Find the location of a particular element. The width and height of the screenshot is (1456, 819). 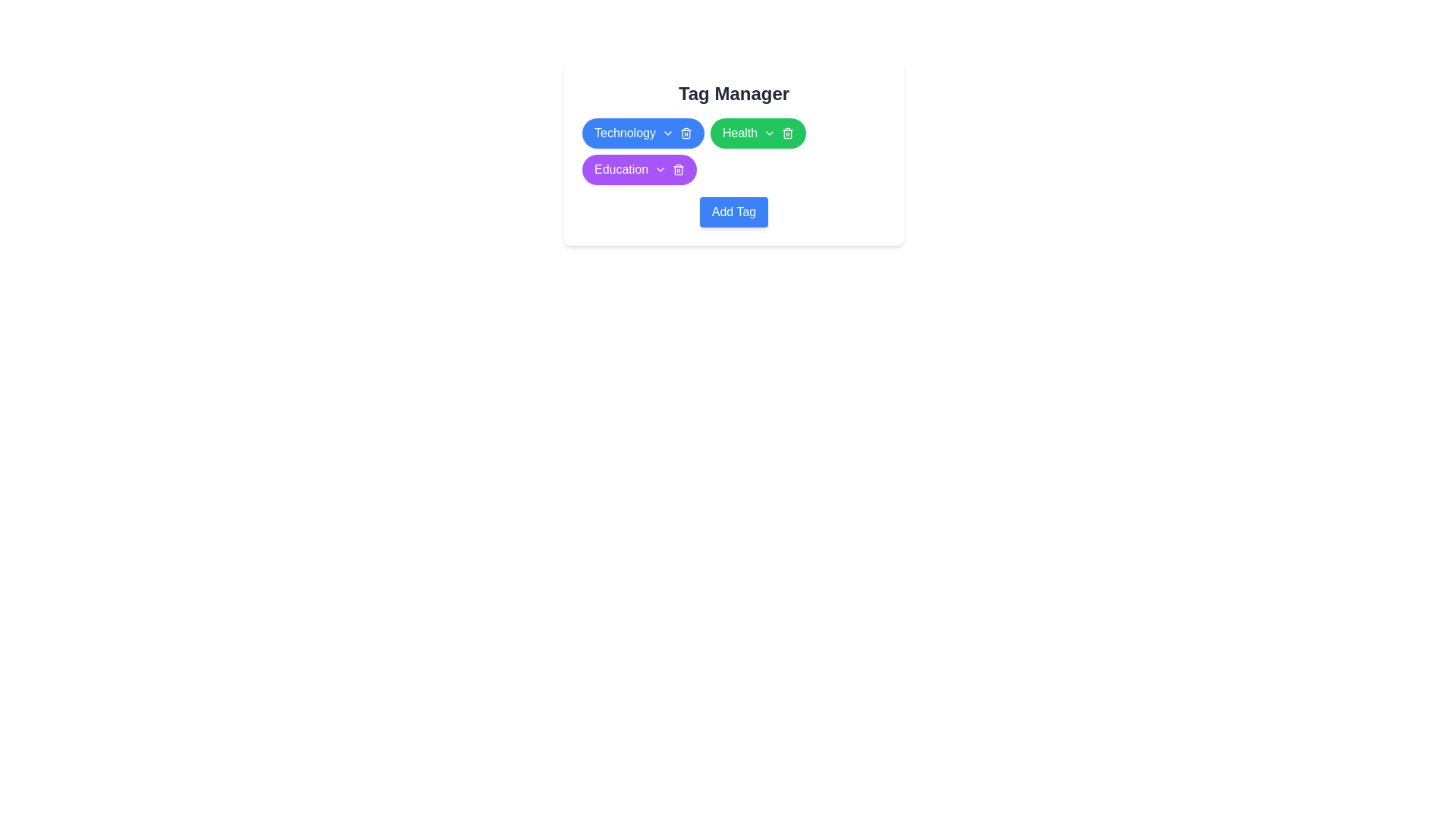

the tag with the text Technology by clicking the trash icon next to it is located at coordinates (685, 133).